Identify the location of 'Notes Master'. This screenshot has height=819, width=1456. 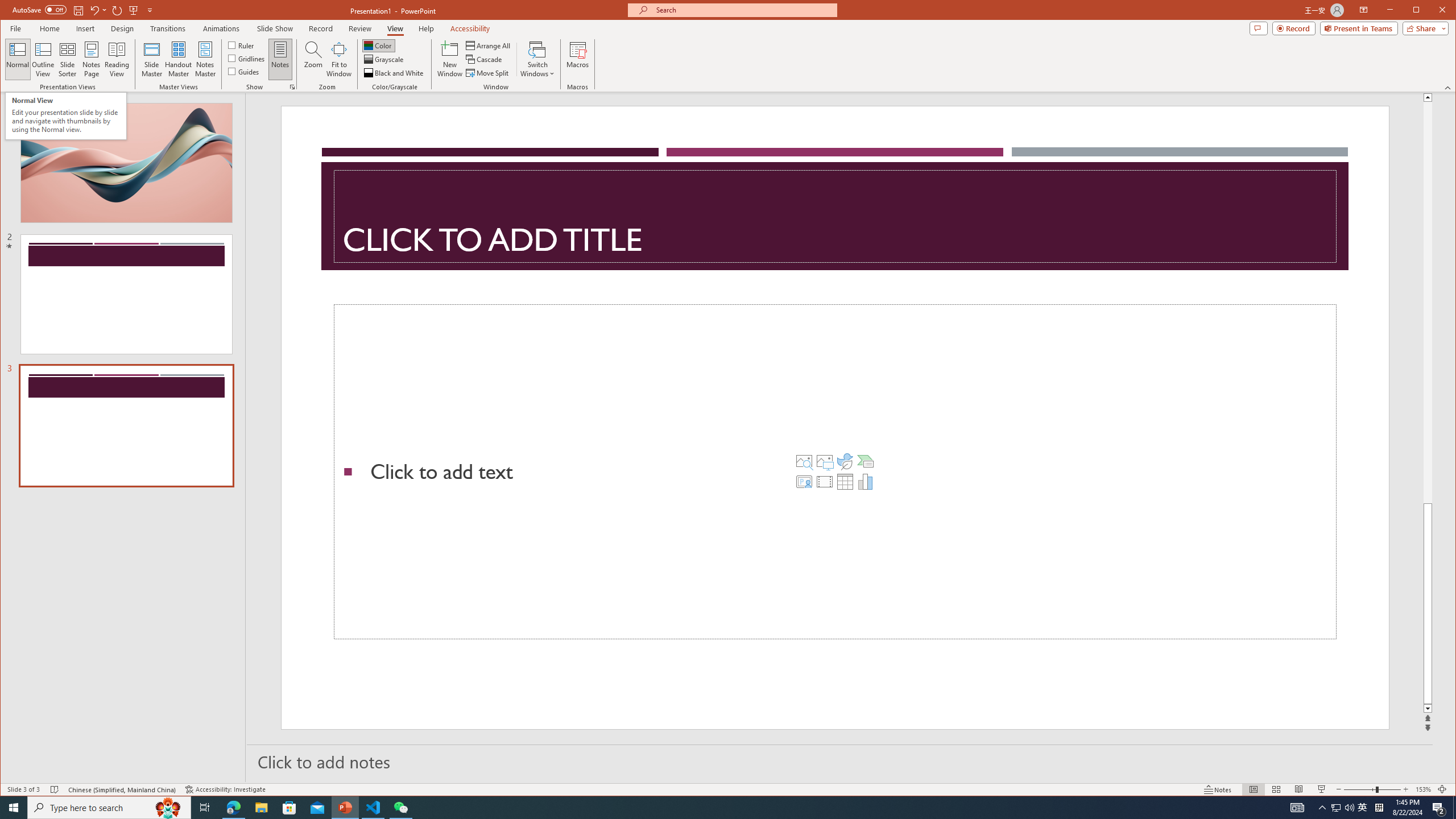
(204, 59).